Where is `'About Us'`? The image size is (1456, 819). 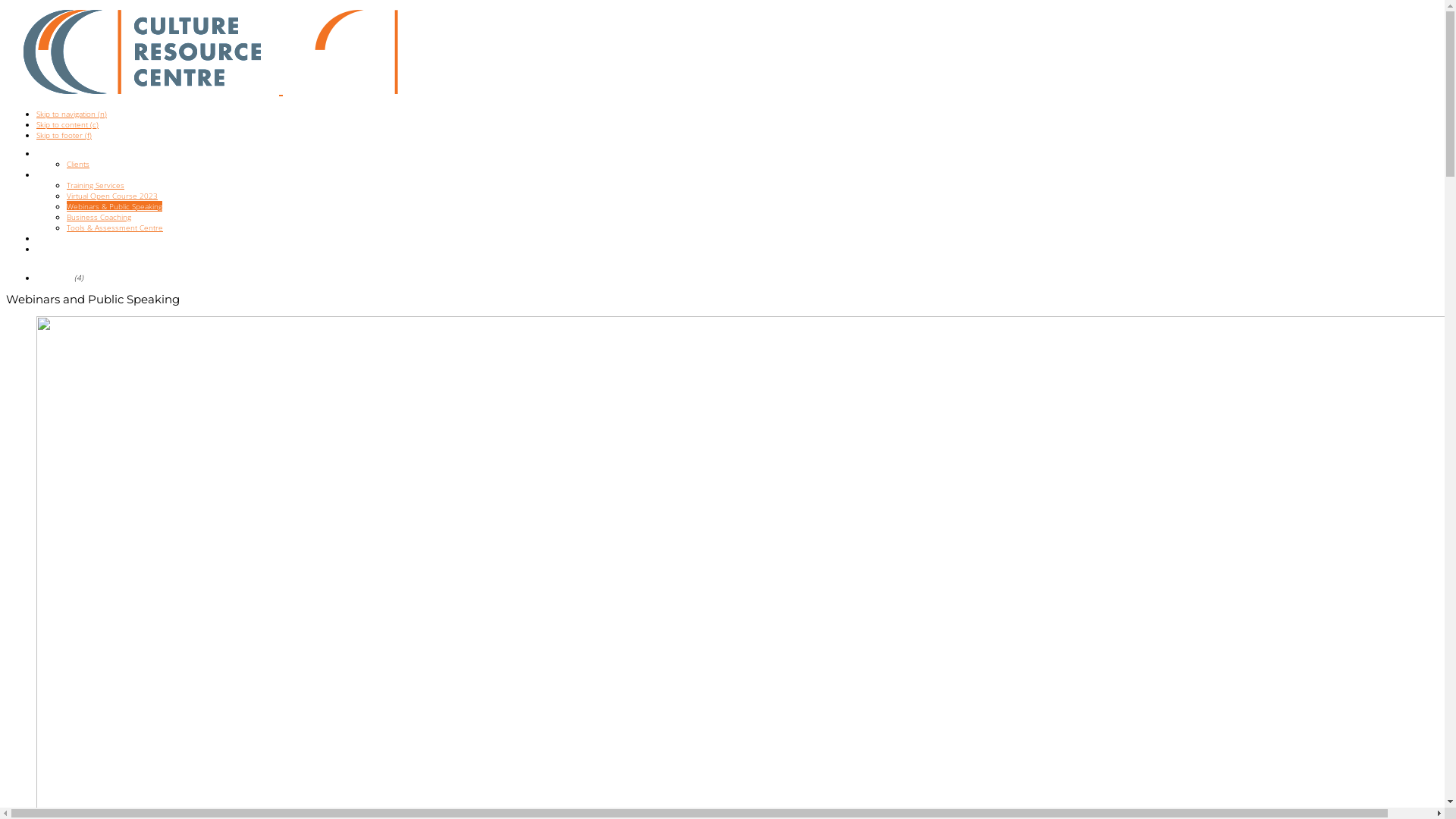 'About Us' is located at coordinates (52, 152).